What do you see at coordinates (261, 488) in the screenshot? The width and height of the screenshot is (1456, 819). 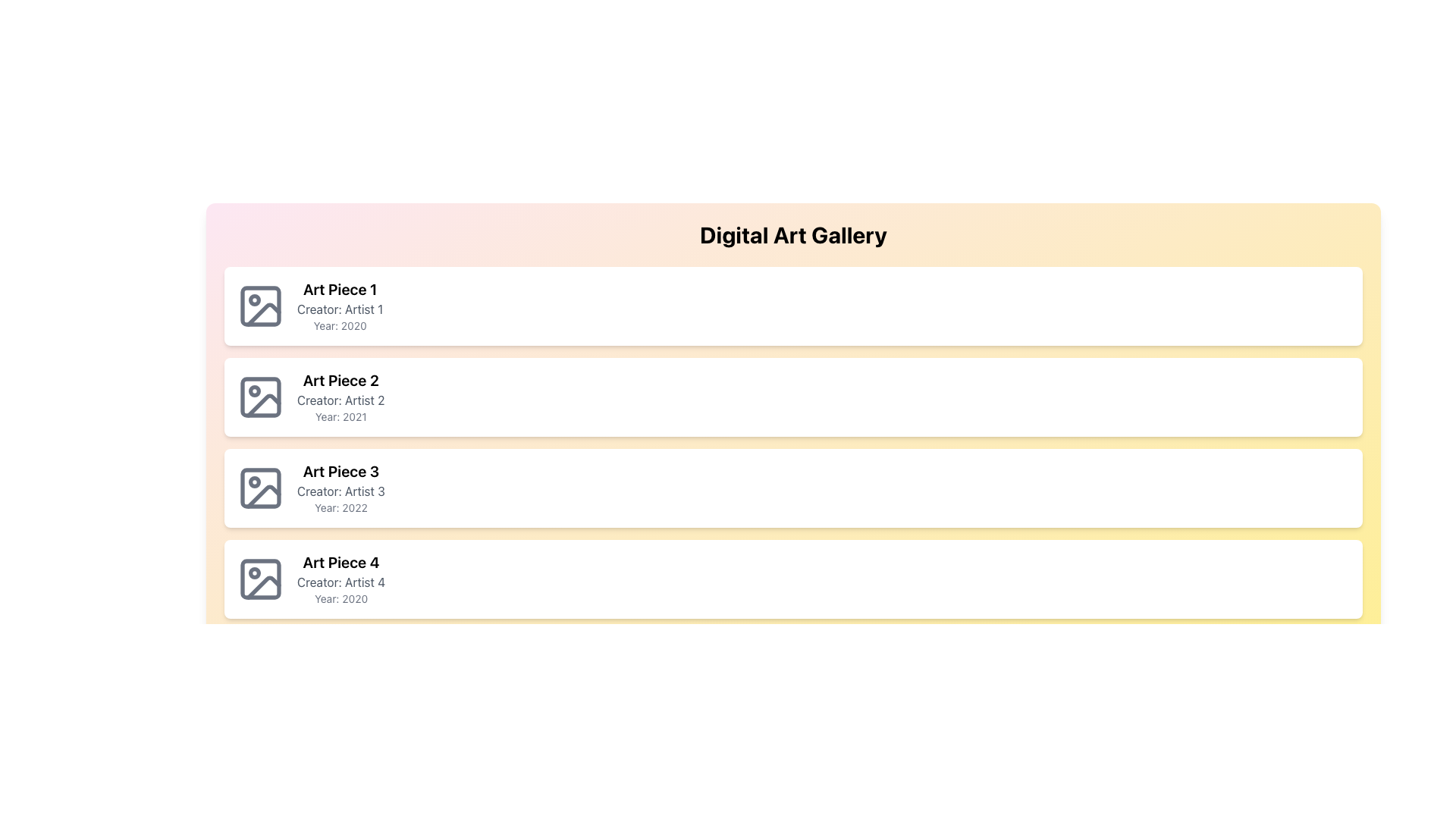 I see `the icon depicting an image placeholder, which features a square outline with rounded corners and a stylized mountain line, located in the 'Art Piece 3' section` at bounding box center [261, 488].